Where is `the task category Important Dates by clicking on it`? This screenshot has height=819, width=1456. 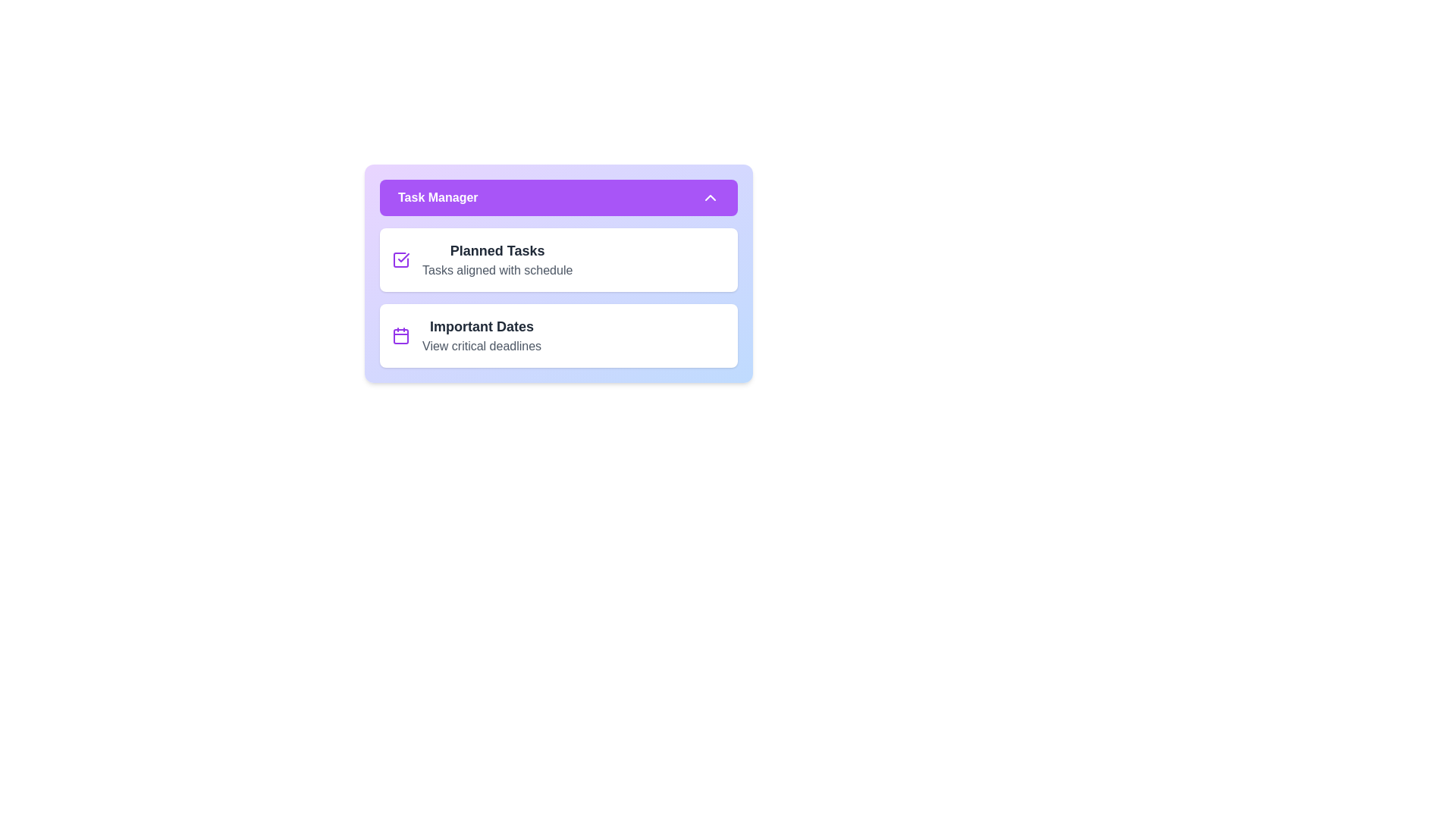 the task category Important Dates by clicking on it is located at coordinates (558, 335).